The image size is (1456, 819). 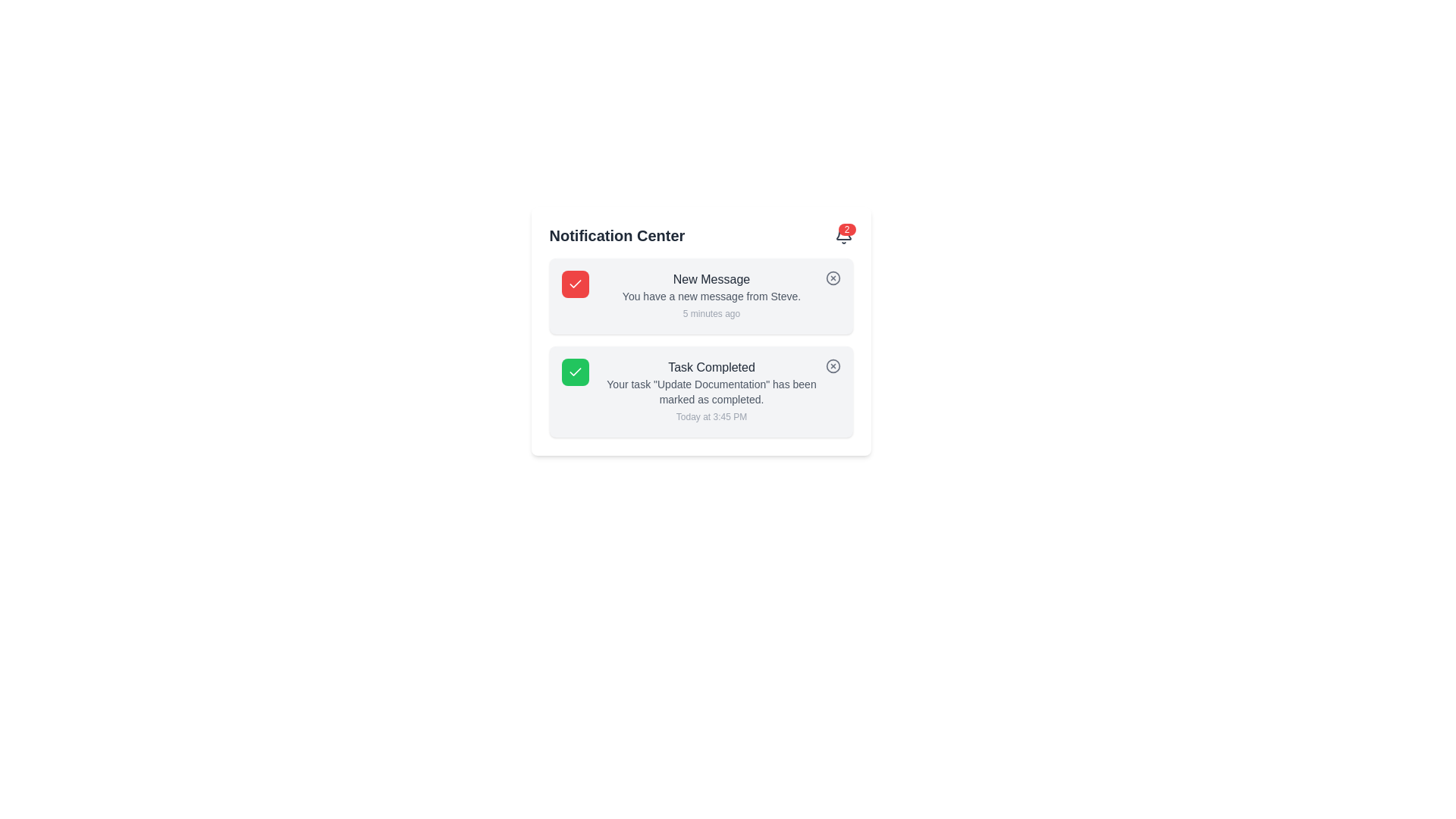 I want to click on the timestamp text label that indicates when a specific notification was received, located below the message from Steve within the 'New Message' notification card, so click(x=711, y=312).